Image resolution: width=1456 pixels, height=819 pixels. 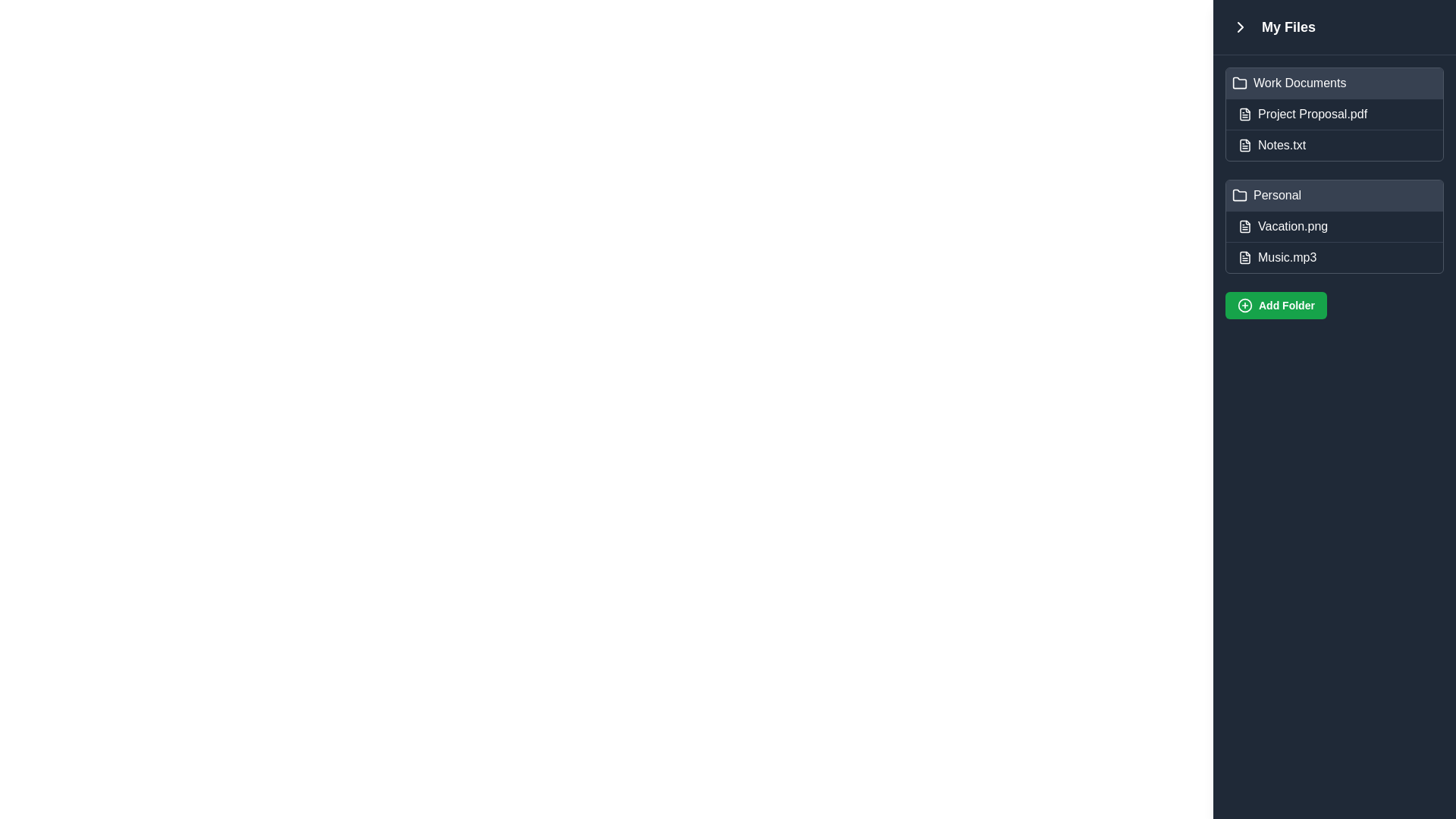 What do you see at coordinates (1244, 146) in the screenshot?
I see `the small text file icon, styled as an outlined document with horizontal lines, located` at bounding box center [1244, 146].